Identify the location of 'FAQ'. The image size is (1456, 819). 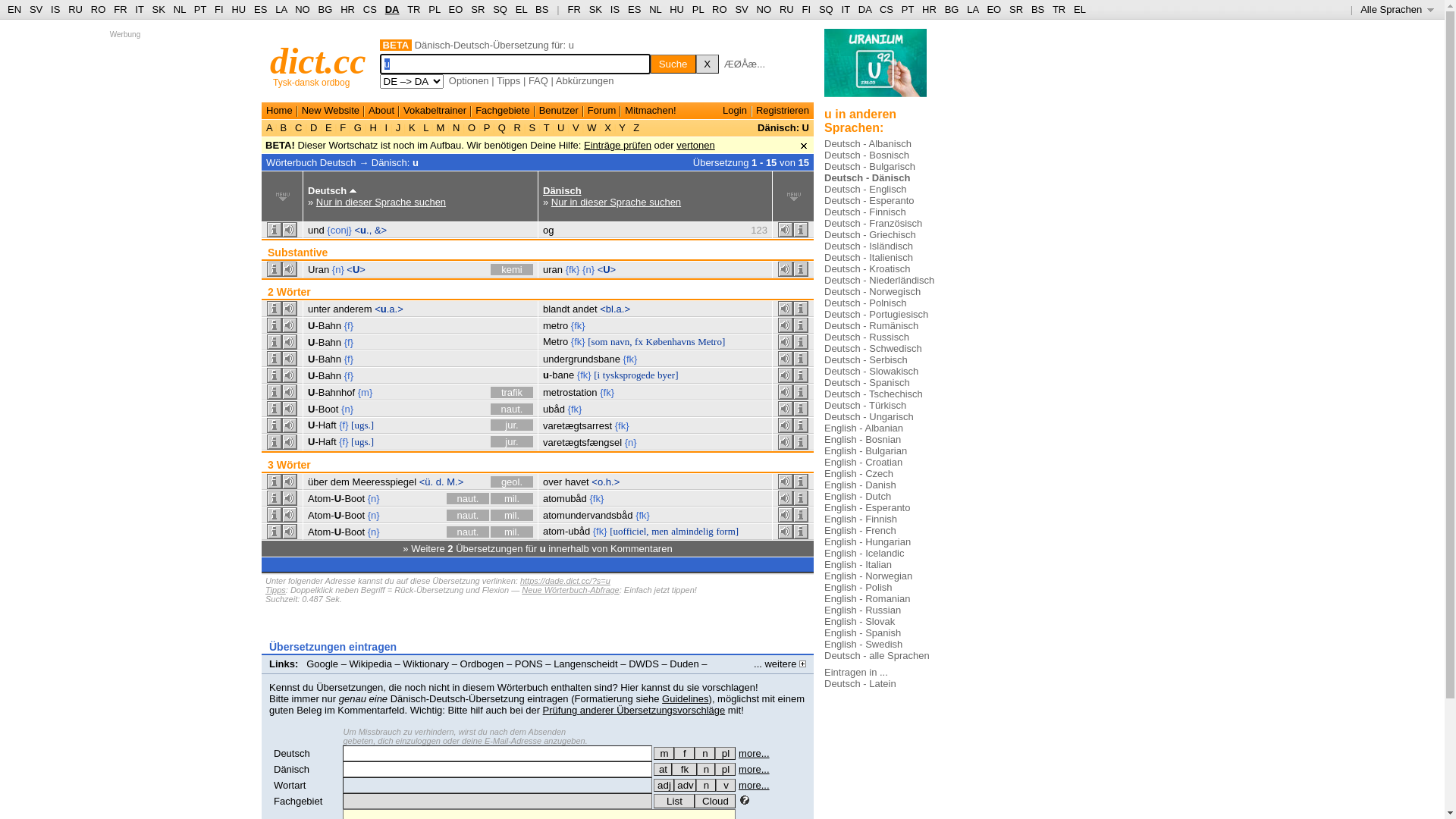
(538, 80).